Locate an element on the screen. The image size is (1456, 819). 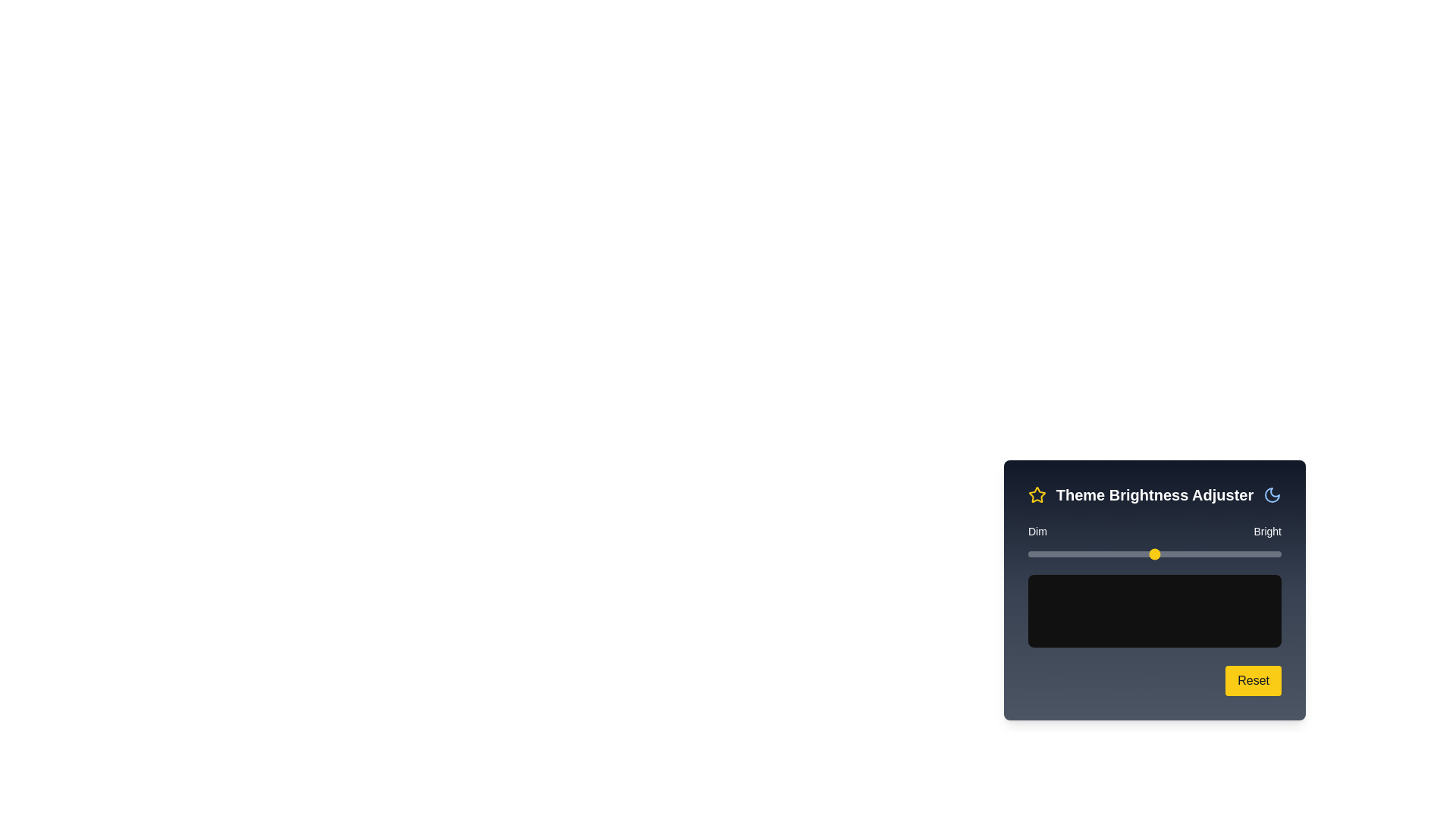
the brightness slider to 56% and observe the preview area is located at coordinates (1169, 554).